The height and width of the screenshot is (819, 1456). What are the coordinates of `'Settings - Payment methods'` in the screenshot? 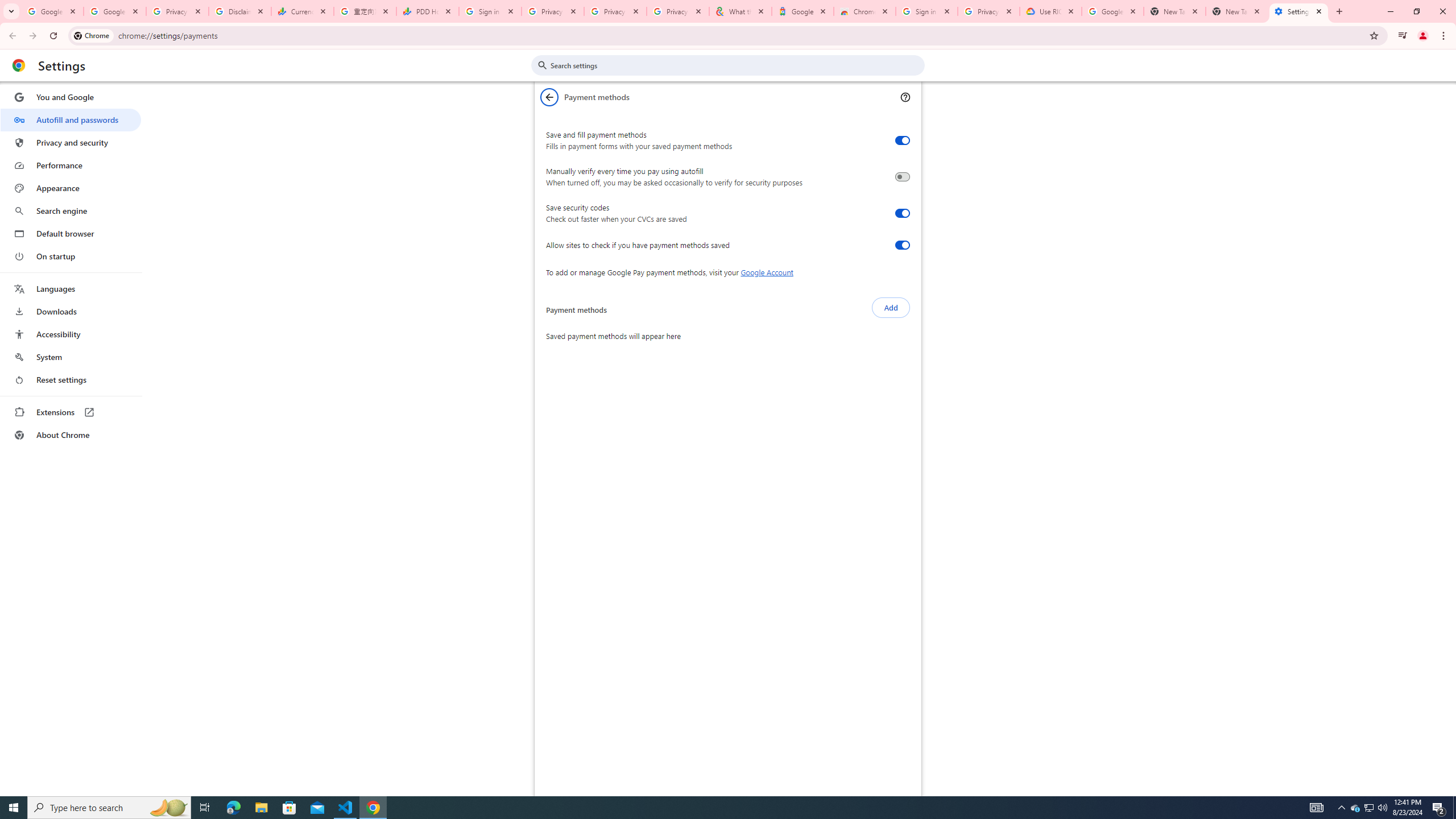 It's located at (1298, 11).